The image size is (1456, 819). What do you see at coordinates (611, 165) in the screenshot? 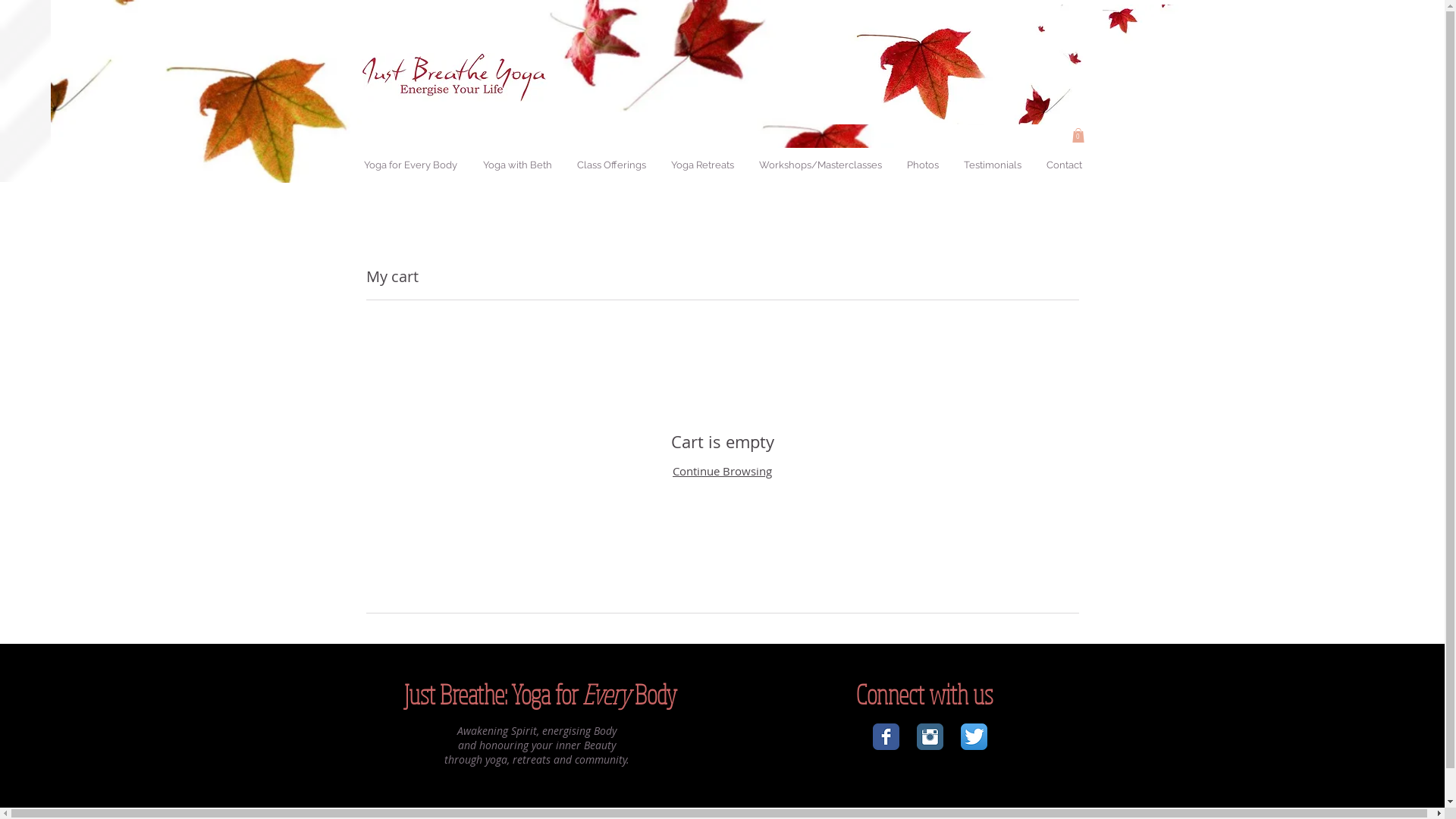
I see `'Class Offerings'` at bounding box center [611, 165].